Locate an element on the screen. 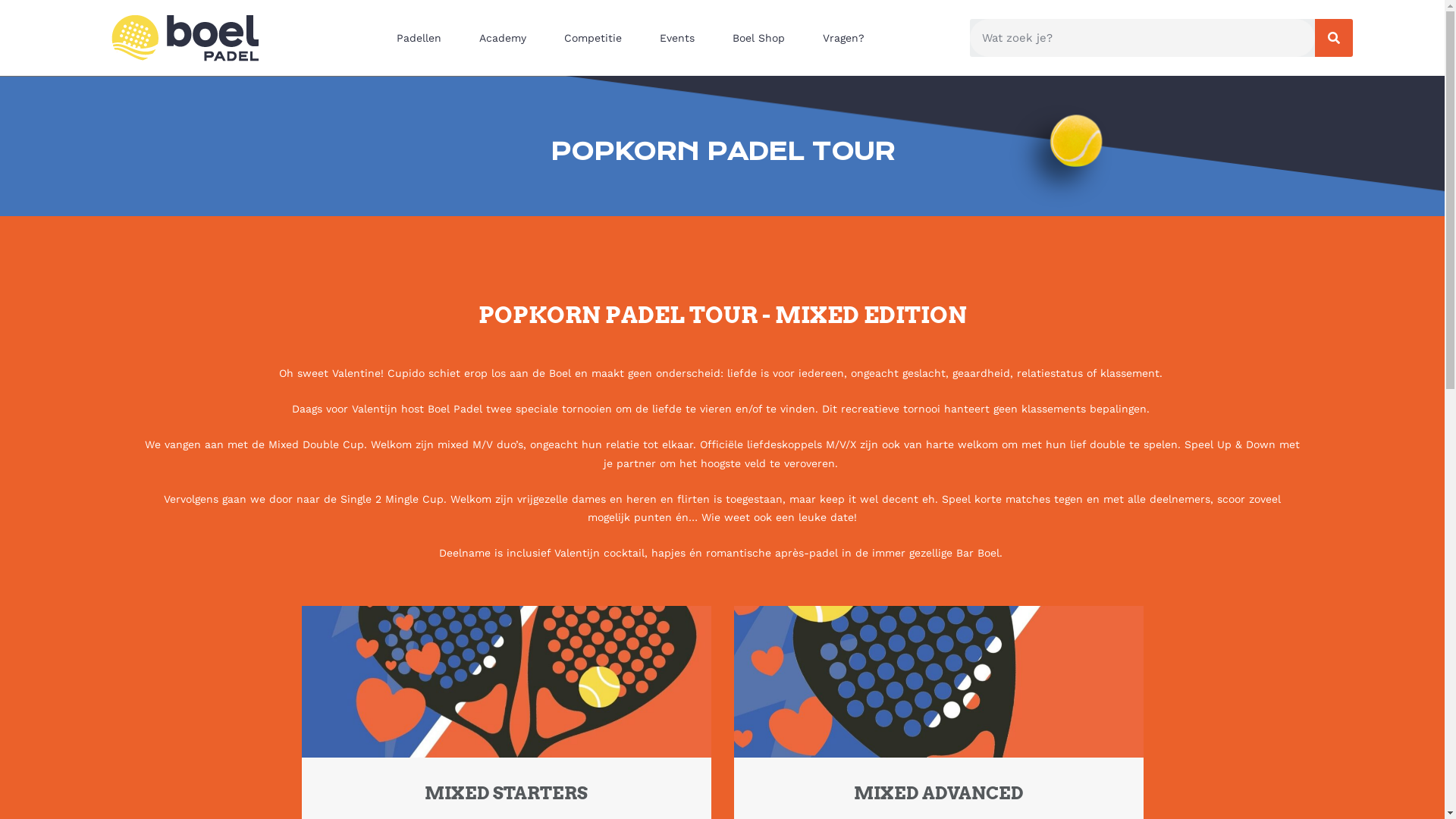 The image size is (1456, 819). 'Search' is located at coordinates (1142, 37).